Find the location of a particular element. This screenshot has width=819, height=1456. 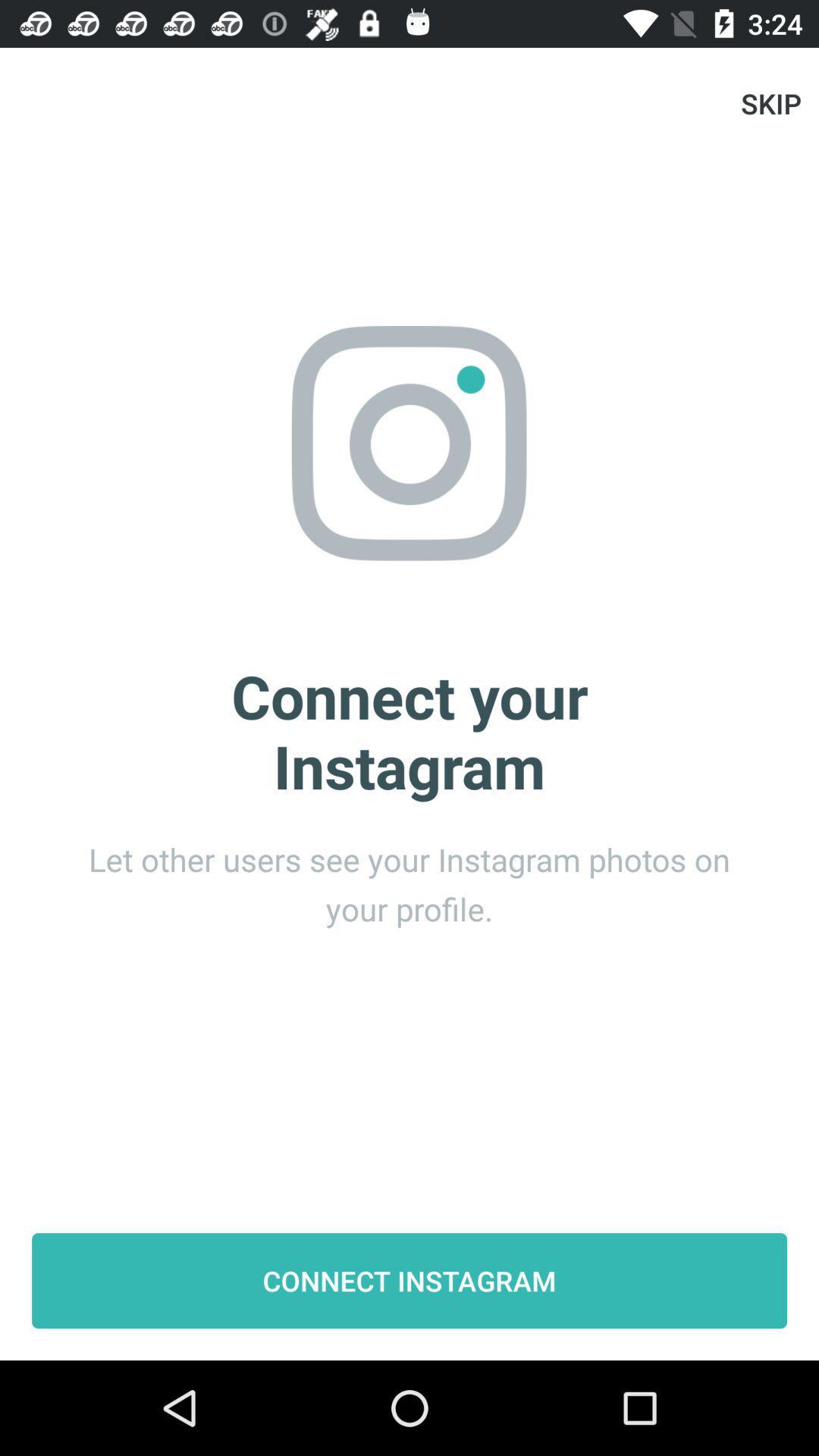

the skip at the top right corner is located at coordinates (771, 102).